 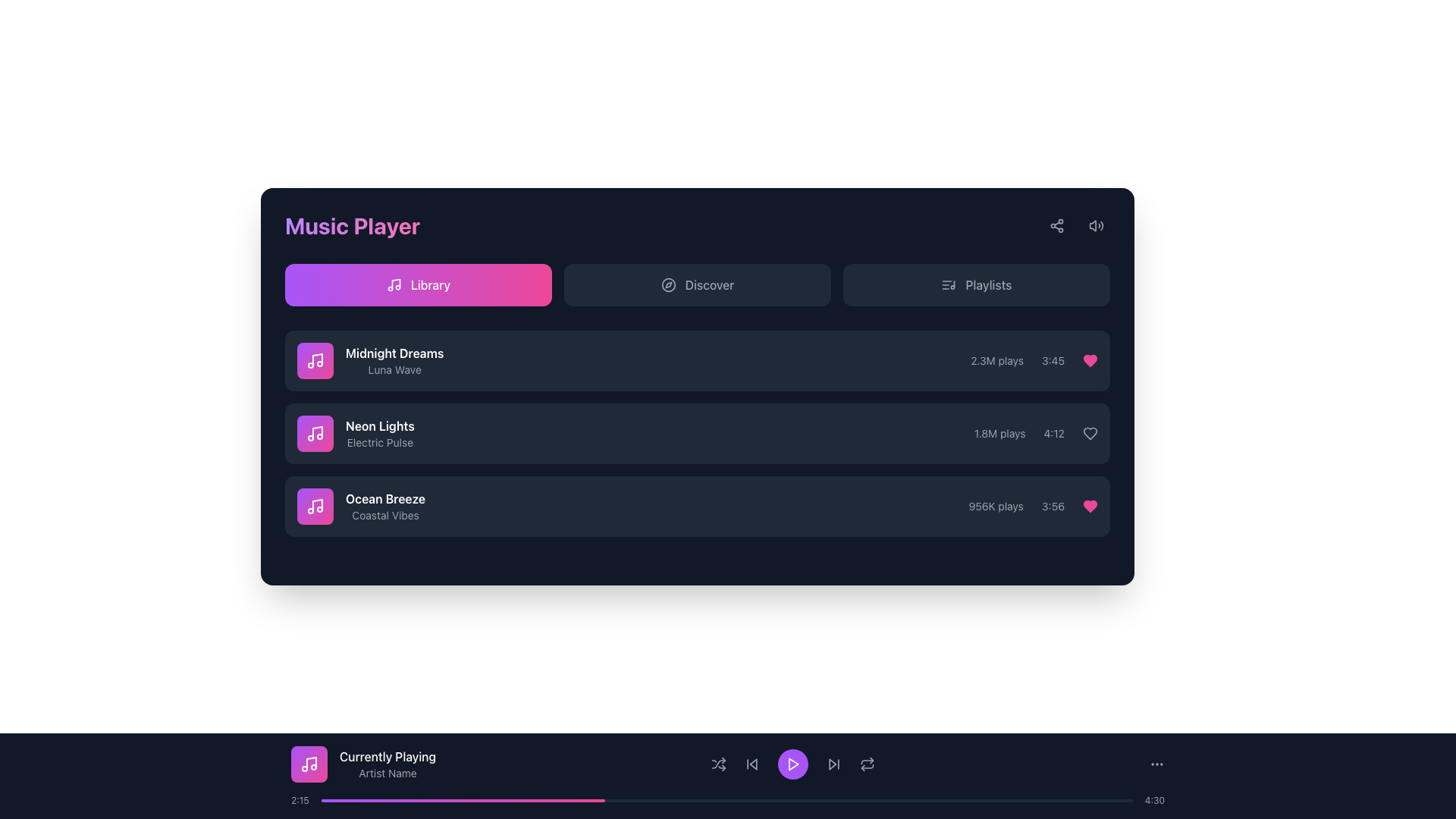 I want to click on the text label providing additional descriptive information associated with the main title 'Ocean Breeze' in the music player interface, so click(x=385, y=514).